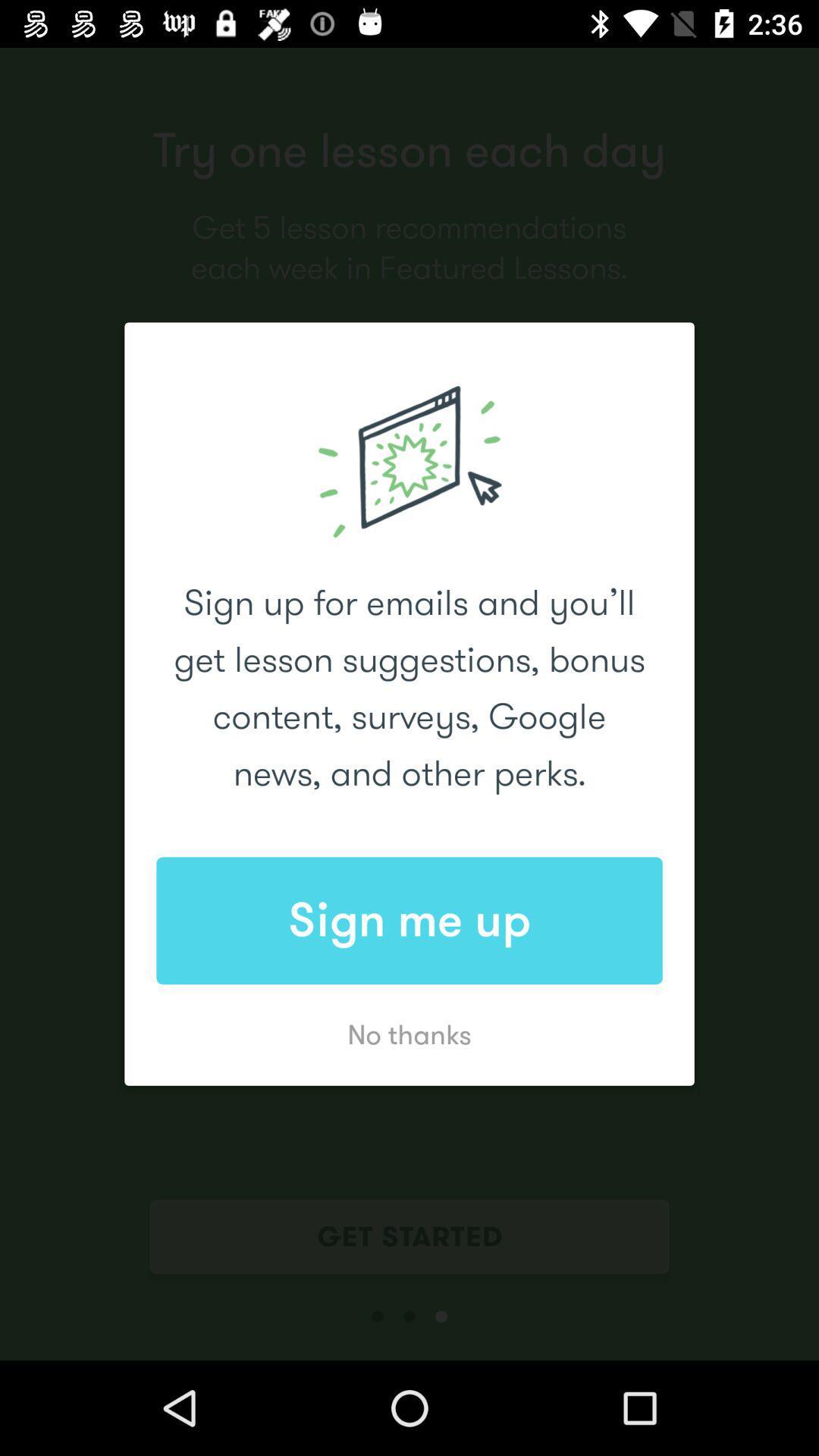 Image resolution: width=819 pixels, height=1456 pixels. What do you see at coordinates (409, 1034) in the screenshot?
I see `app below the sign me up app` at bounding box center [409, 1034].